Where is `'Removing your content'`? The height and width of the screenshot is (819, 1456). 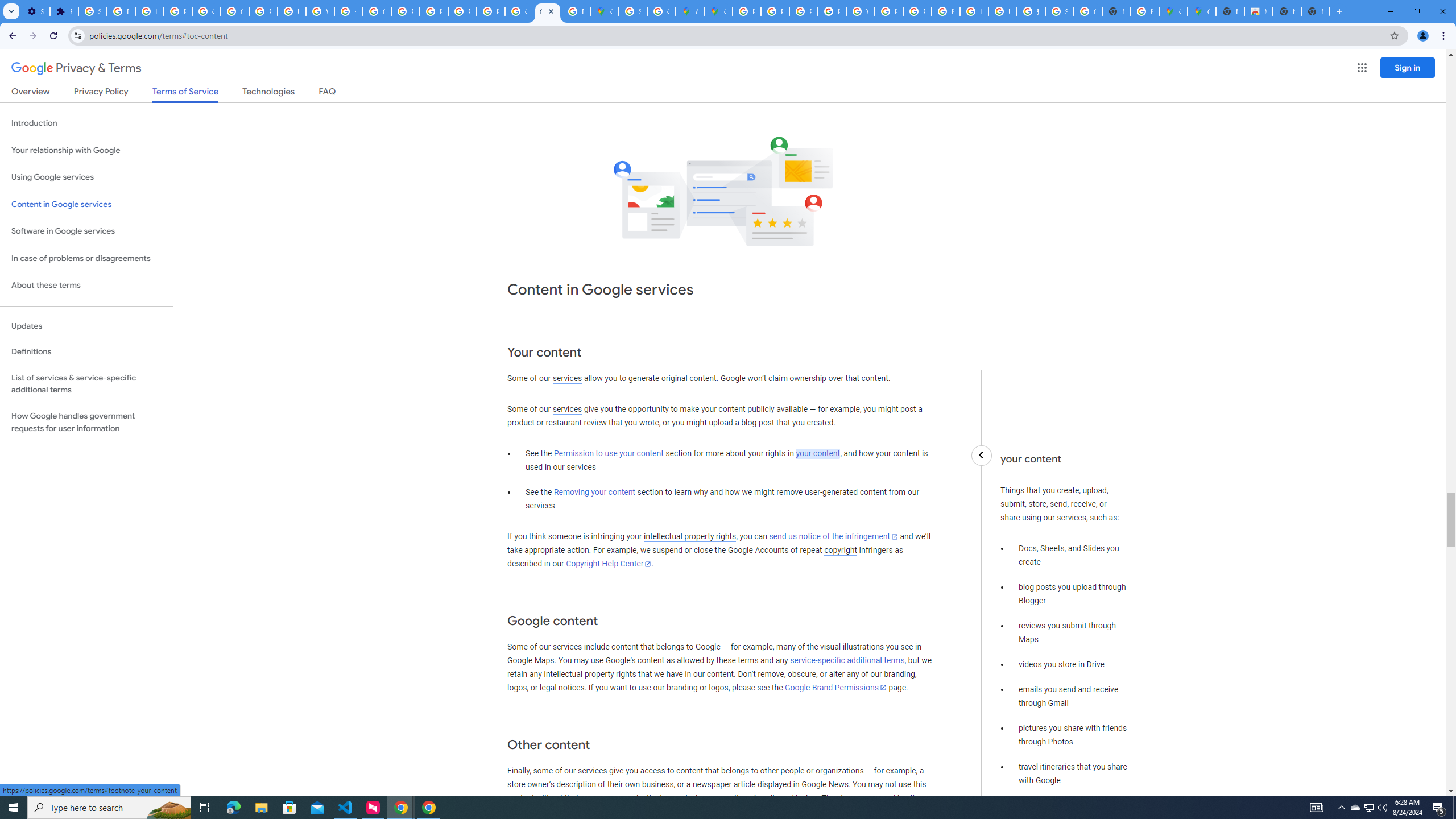
'Removing your content' is located at coordinates (593, 492).